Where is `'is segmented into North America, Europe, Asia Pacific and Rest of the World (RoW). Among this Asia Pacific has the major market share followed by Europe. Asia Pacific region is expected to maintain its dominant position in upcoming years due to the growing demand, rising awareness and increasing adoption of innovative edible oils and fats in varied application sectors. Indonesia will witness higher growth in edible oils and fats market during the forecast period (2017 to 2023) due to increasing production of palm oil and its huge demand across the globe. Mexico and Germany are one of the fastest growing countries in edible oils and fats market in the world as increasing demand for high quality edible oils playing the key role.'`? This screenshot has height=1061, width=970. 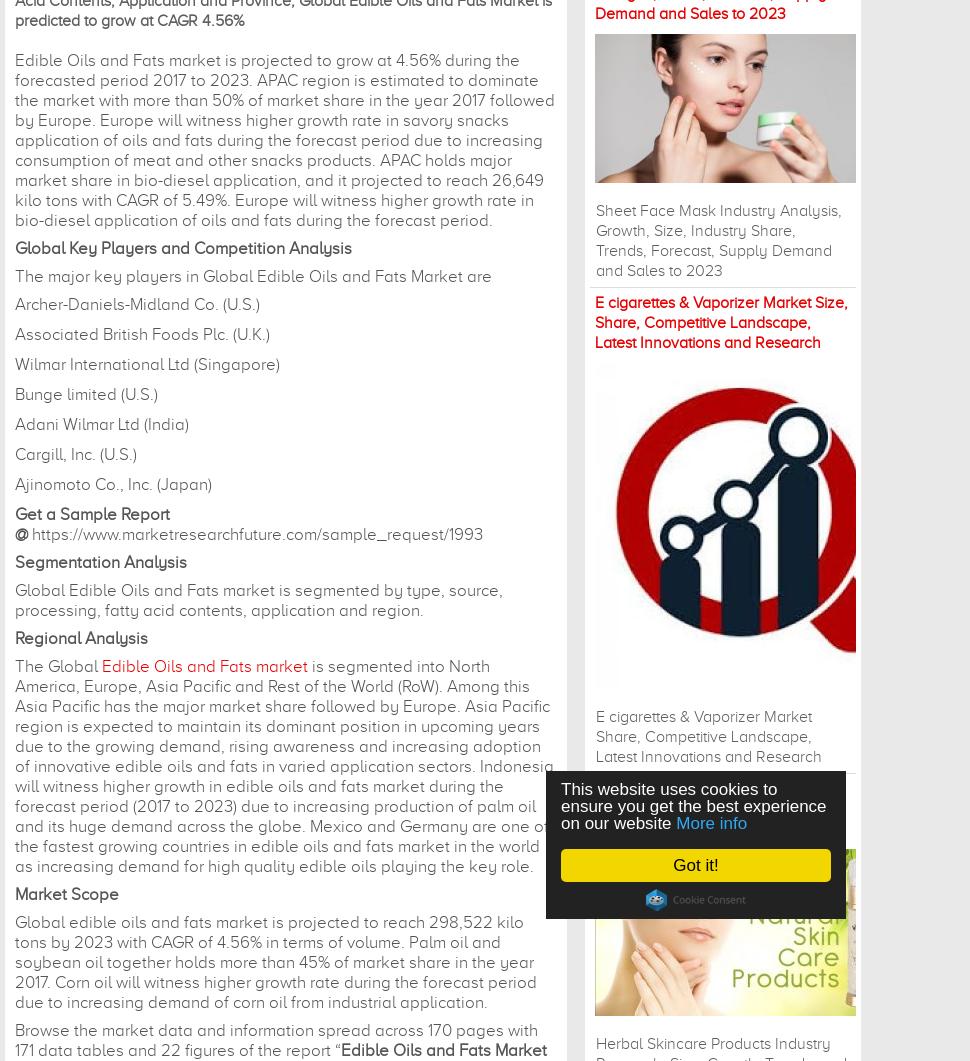
'is segmented into North America, Europe, Asia Pacific and Rest of the World (RoW). Among this Asia Pacific has the major market share followed by Europe. Asia Pacific region is expected to maintain its dominant position in upcoming years due to the growing demand, rising awareness and increasing adoption of innovative edible oils and fats in varied application sectors. Indonesia will witness higher growth in edible oils and fats market during the forecast period (2017 to 2023) due to increasing production of palm oil and its huge demand across the globe. Mexico and Germany are one of the fastest growing countries in edible oils and fats market in the world as increasing demand for high quality edible oils playing the key role.' is located at coordinates (283, 765).